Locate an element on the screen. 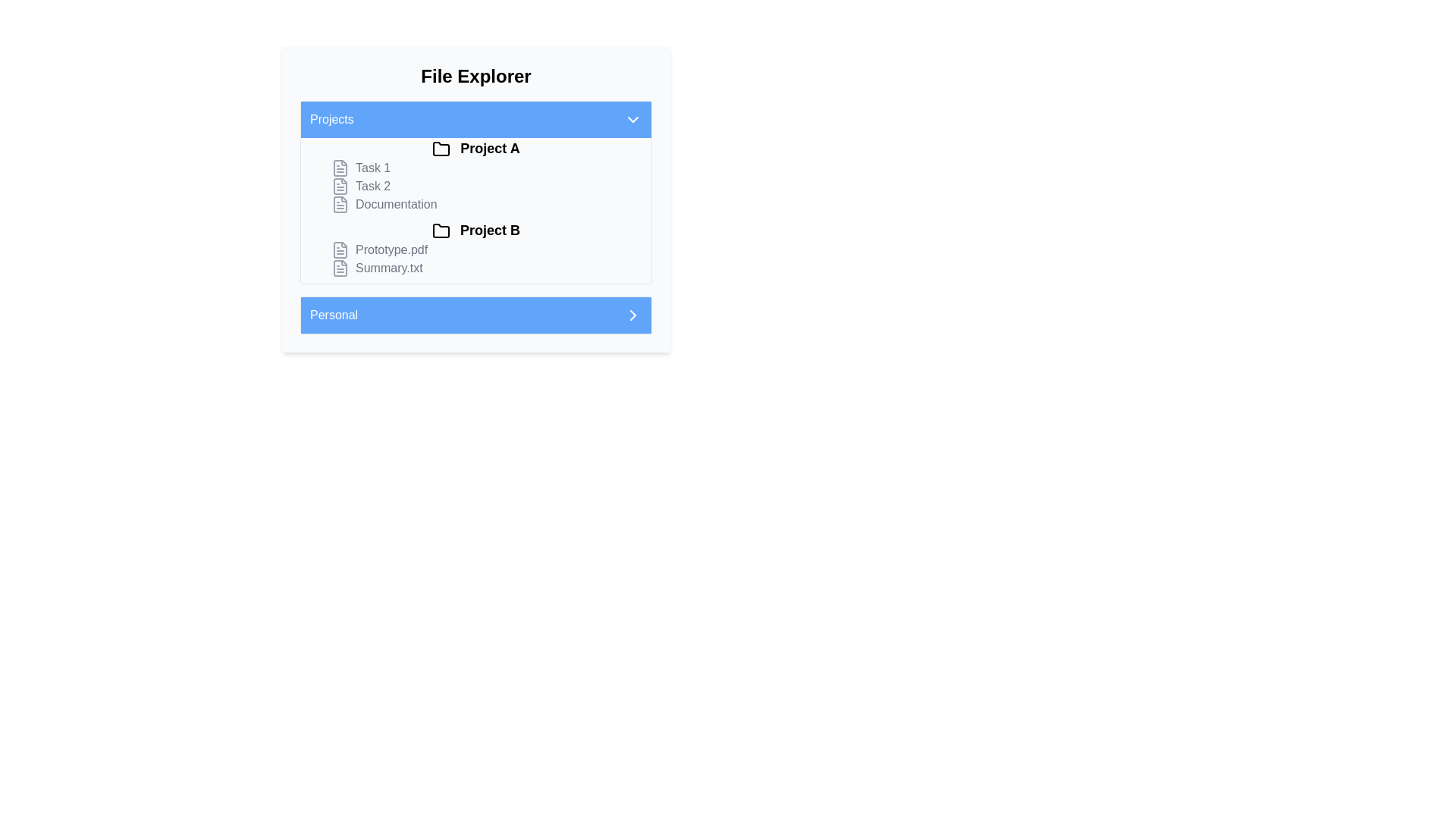 The image size is (1456, 819). the folder icon representing 'Project A' in the 'Projects' section of the 'File Explorer' interface is located at coordinates (441, 149).